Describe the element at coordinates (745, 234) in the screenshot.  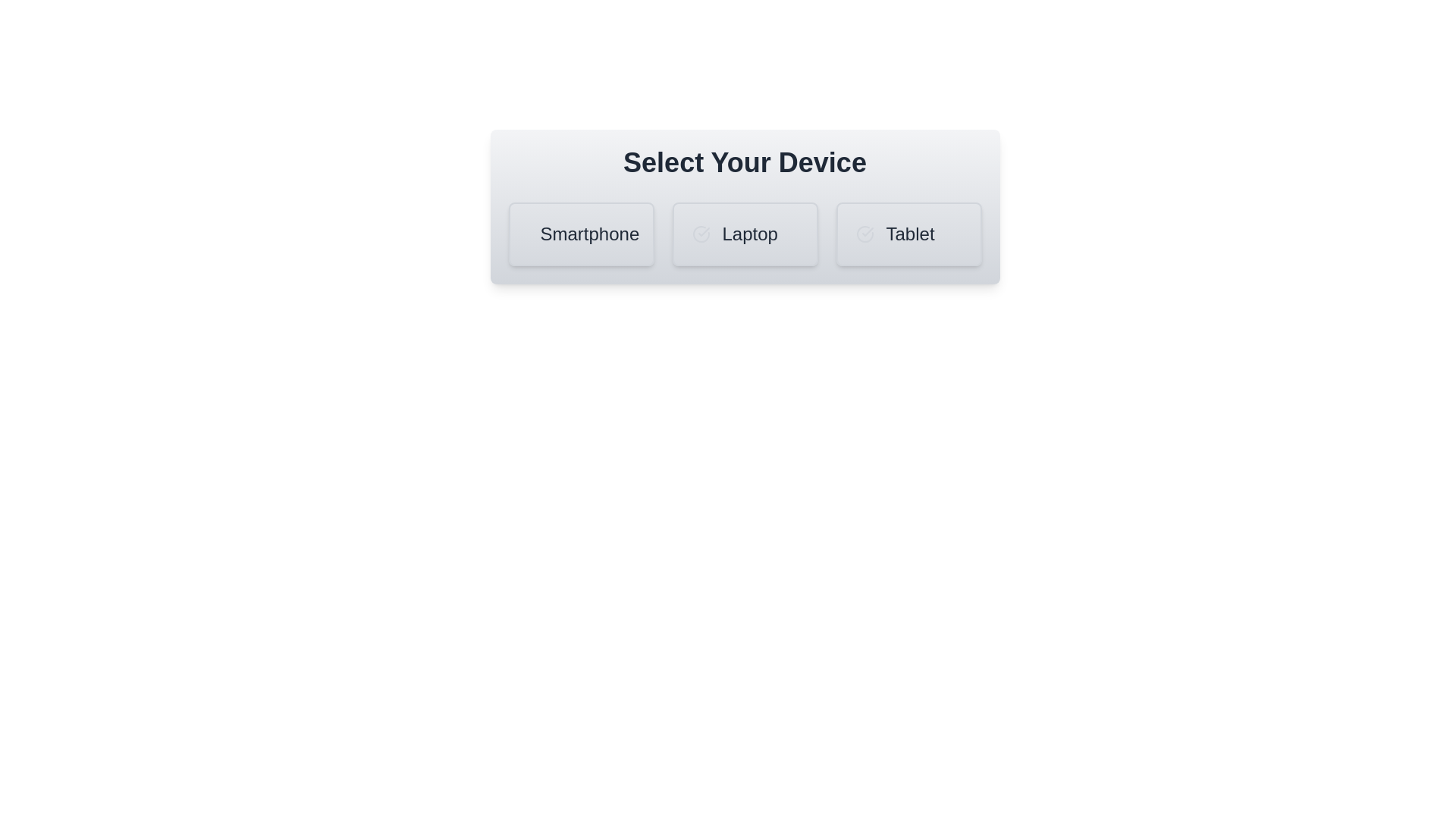
I see `the 'Laptop' radio button to observe the hover effect, which is a rectangular button with rounded corners, featuring the text 'Laptop' in bold font and a circle-check icon on the left` at that location.